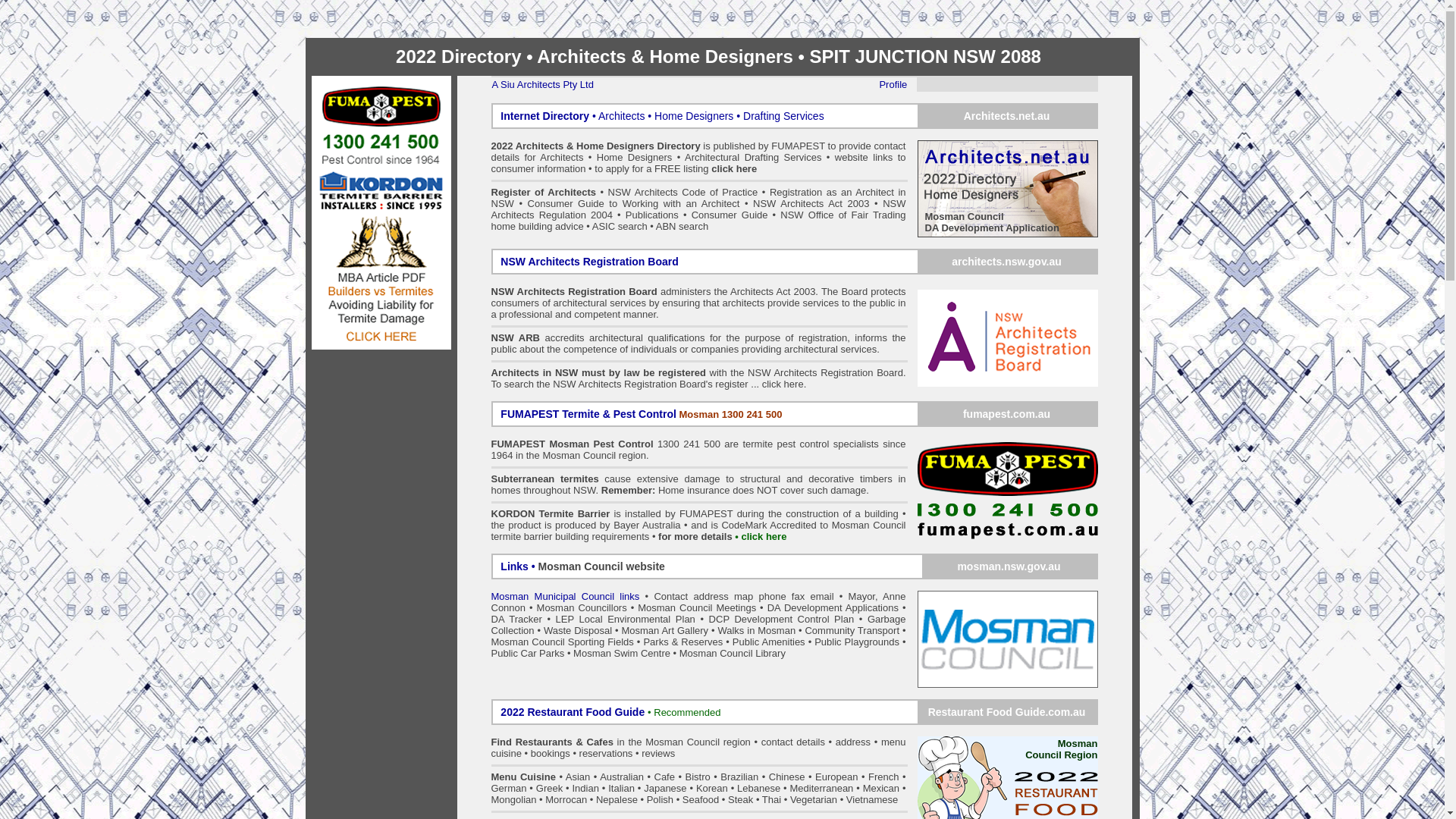 This screenshot has height=819, width=1456. Describe the element at coordinates (681, 226) in the screenshot. I see `'ABN search'` at that location.